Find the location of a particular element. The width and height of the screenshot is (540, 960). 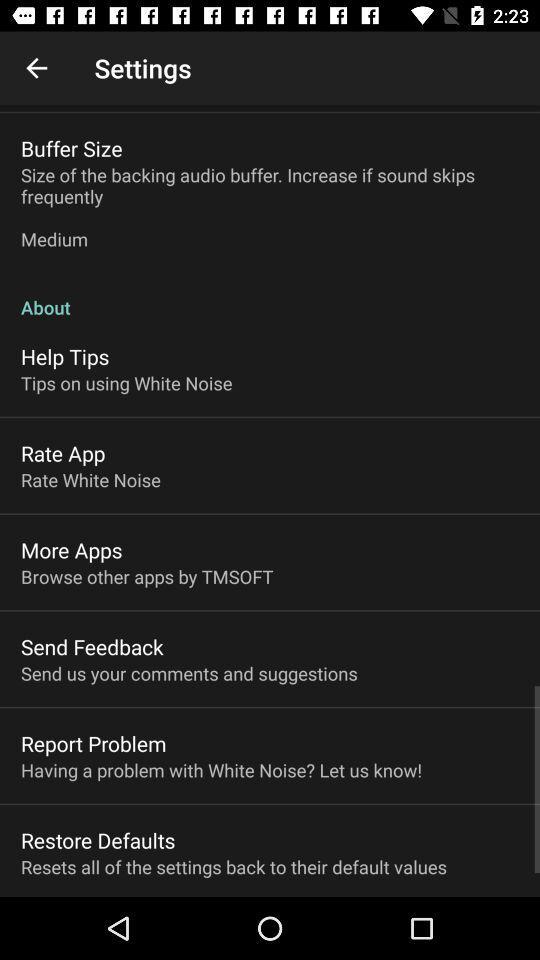

the item below the browse other apps item is located at coordinates (91, 645).